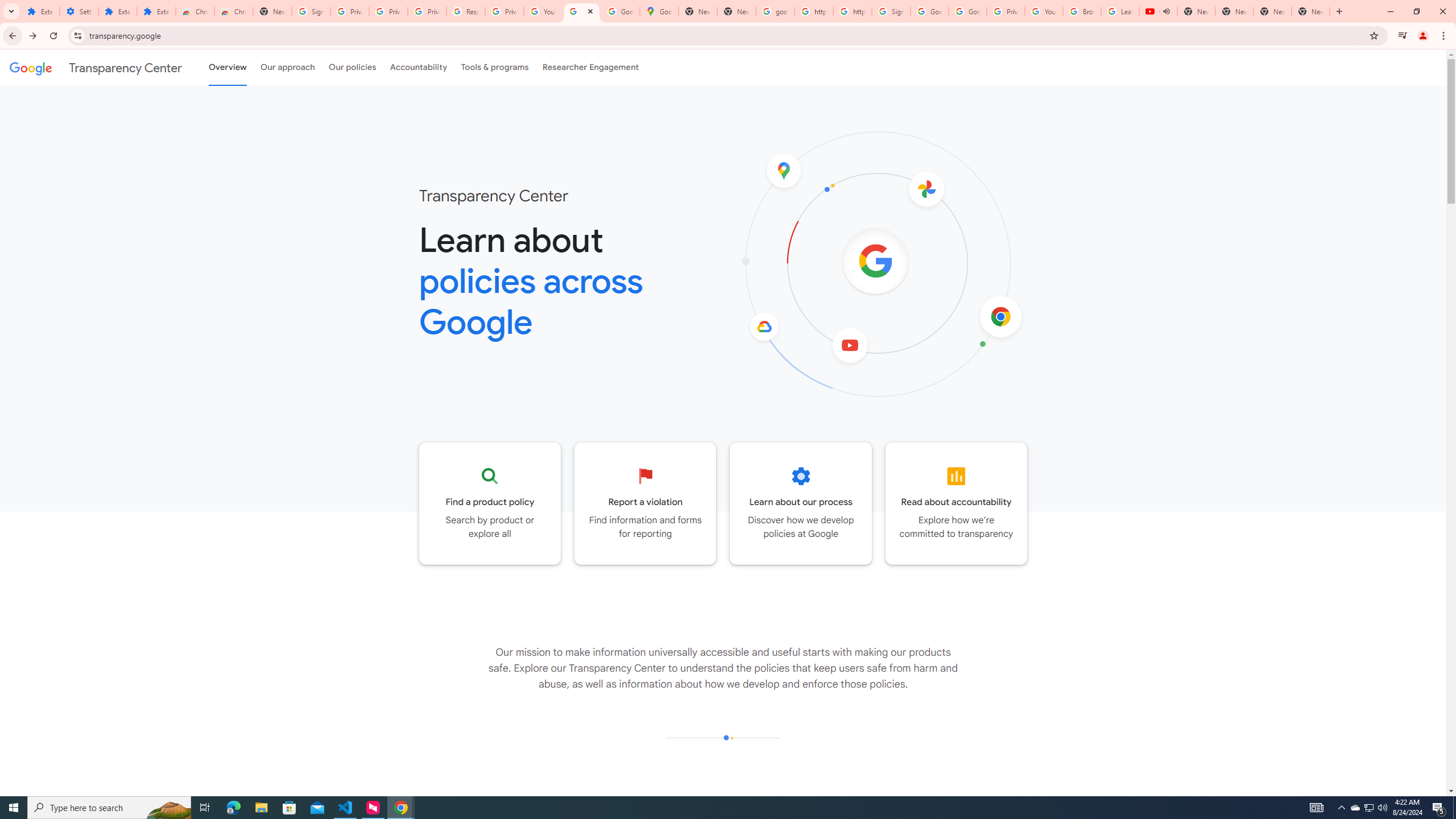 This screenshot has width=1456, height=819. What do you see at coordinates (490, 503) in the screenshot?
I see `'Go to the Product policy page'` at bounding box center [490, 503].